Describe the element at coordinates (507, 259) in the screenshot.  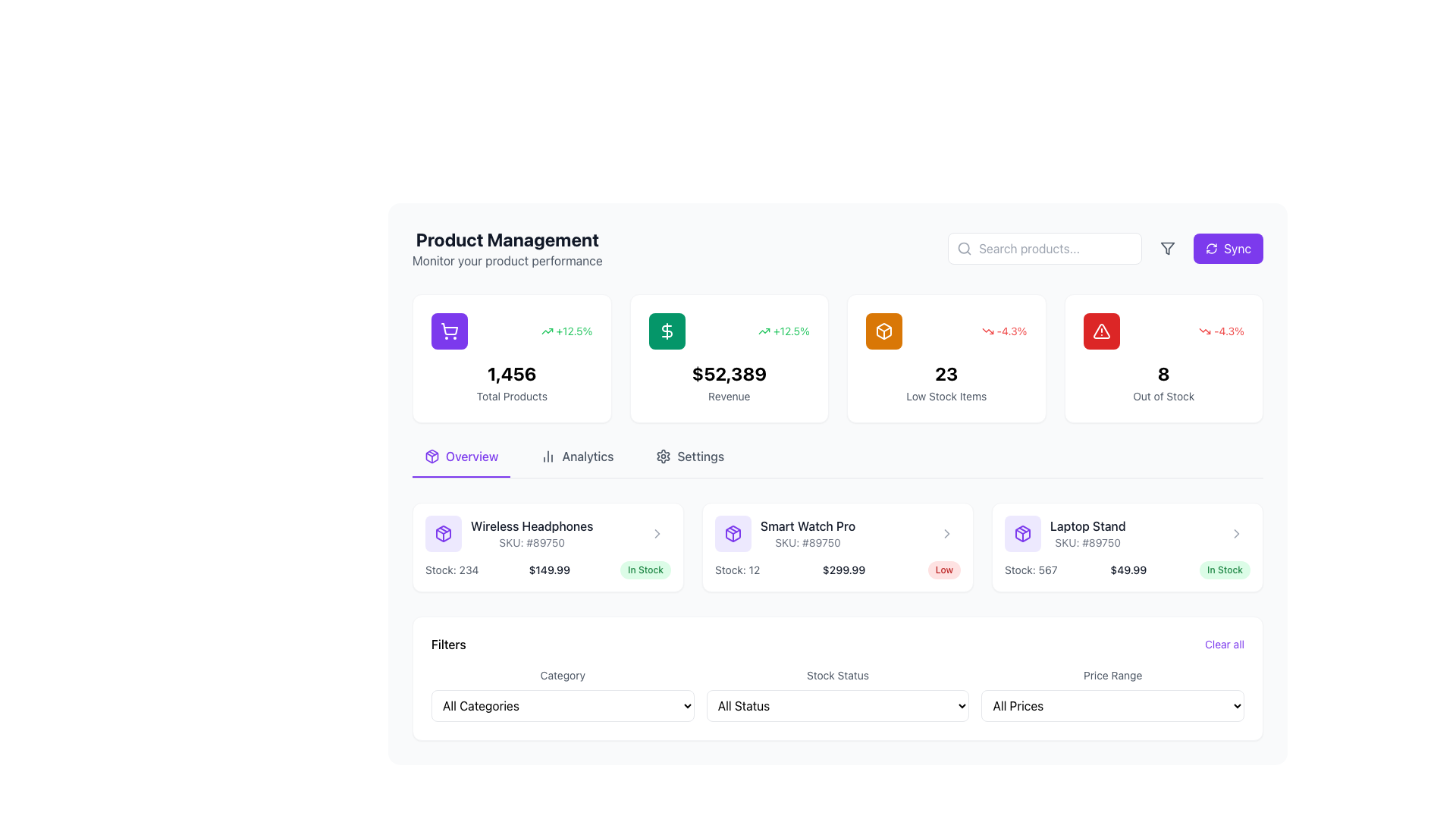
I see `the static text label that reads 'Monitor your product performance', which is styled in gray and serves as a subtitle under 'Product Management'` at that location.